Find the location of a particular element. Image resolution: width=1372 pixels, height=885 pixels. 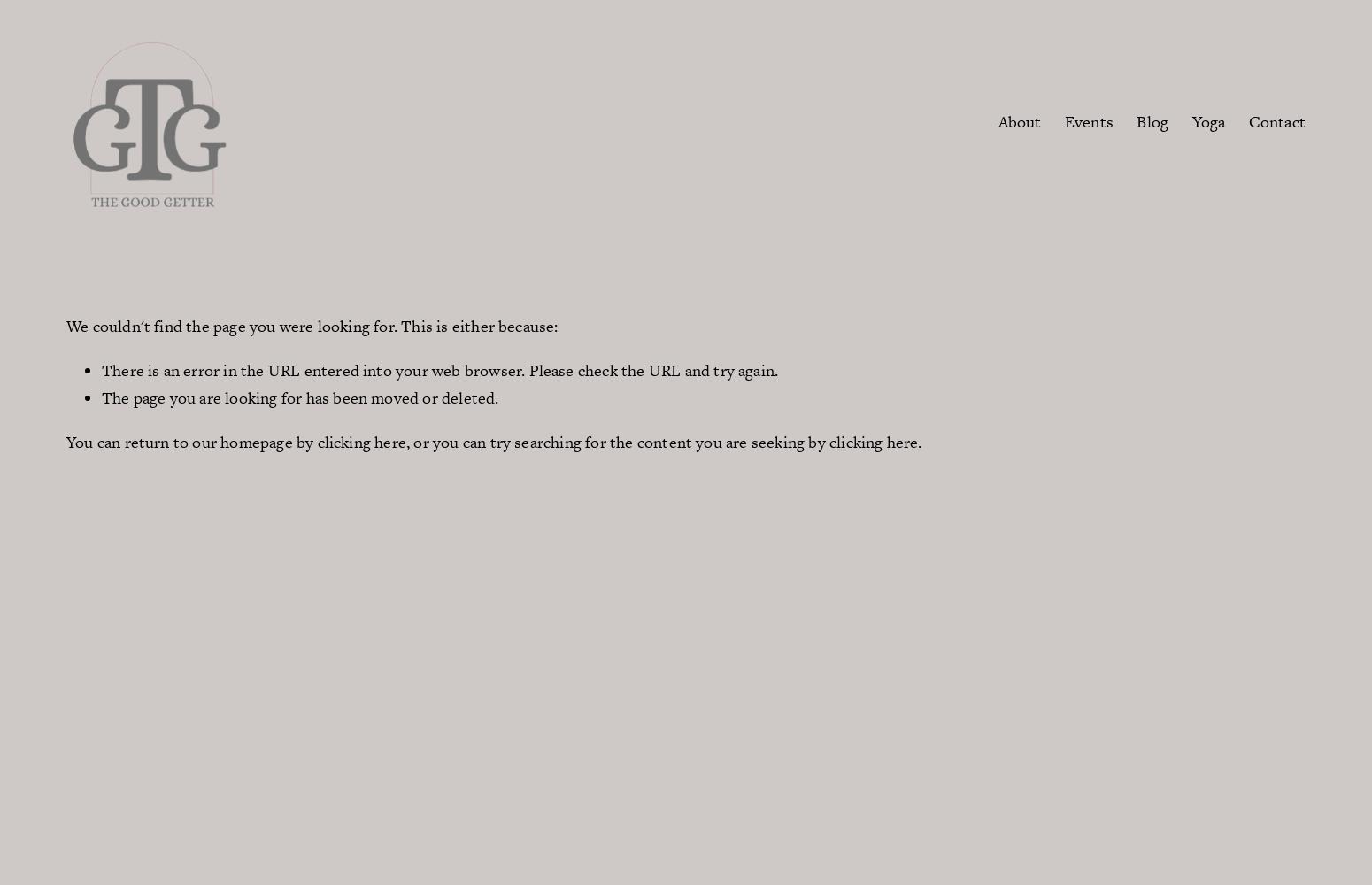

'Events' is located at coordinates (1088, 120).